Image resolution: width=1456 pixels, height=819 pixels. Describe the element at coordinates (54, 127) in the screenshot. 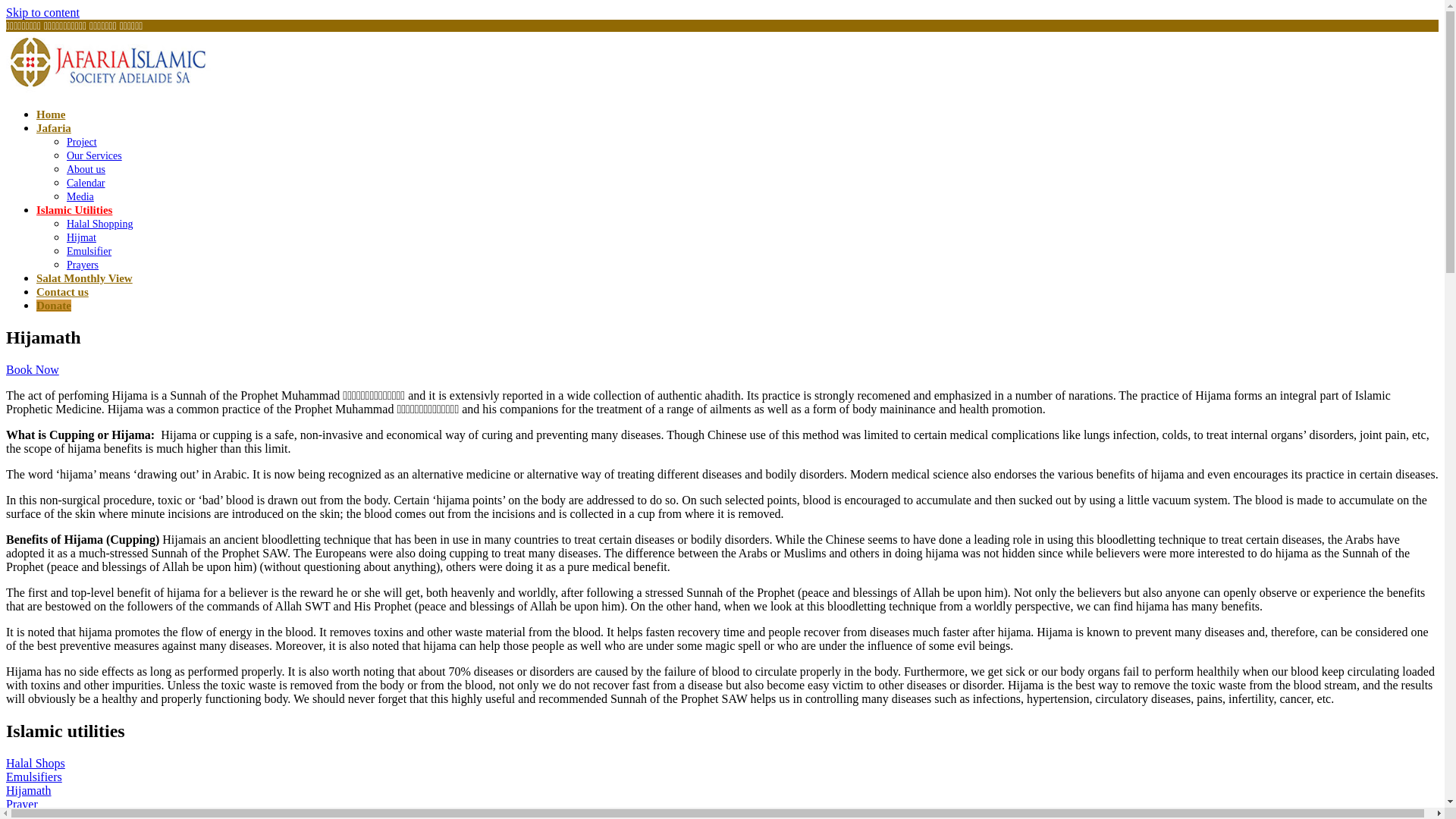

I see `'Jafaria'` at that location.